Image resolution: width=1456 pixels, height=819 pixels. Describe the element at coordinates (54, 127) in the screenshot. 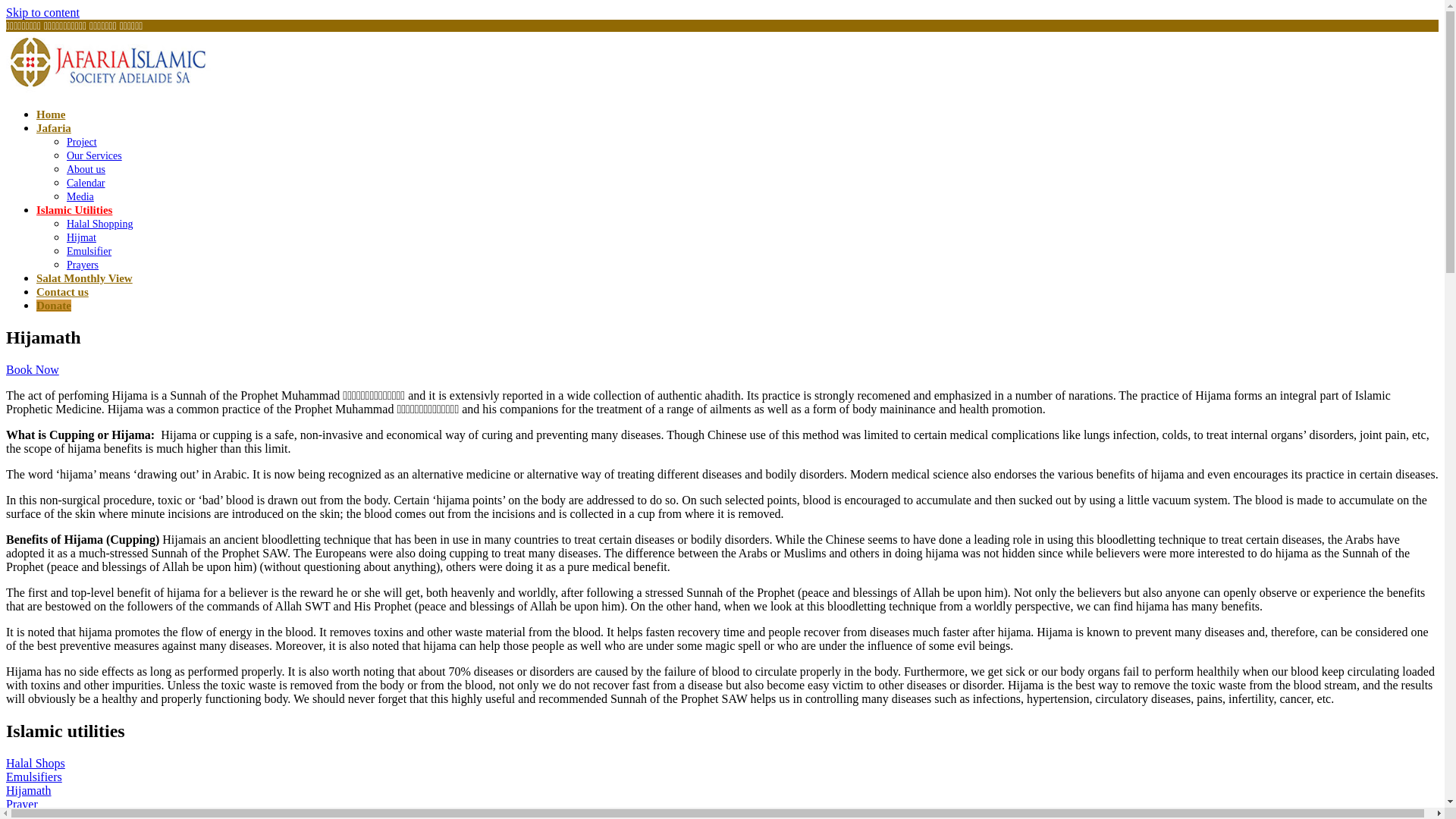

I see `'Jafaria'` at that location.